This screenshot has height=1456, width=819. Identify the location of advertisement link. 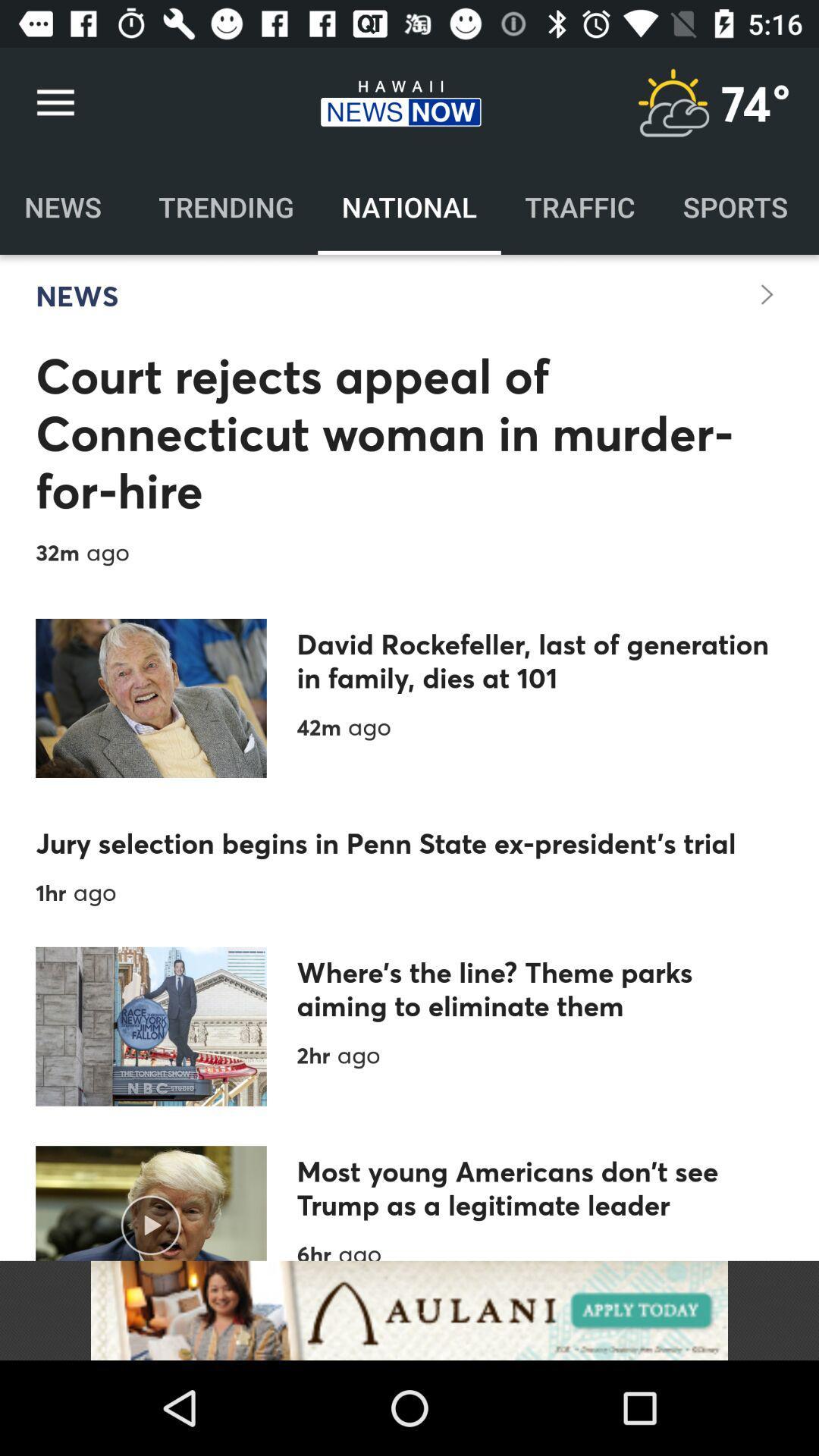
(409, 1310).